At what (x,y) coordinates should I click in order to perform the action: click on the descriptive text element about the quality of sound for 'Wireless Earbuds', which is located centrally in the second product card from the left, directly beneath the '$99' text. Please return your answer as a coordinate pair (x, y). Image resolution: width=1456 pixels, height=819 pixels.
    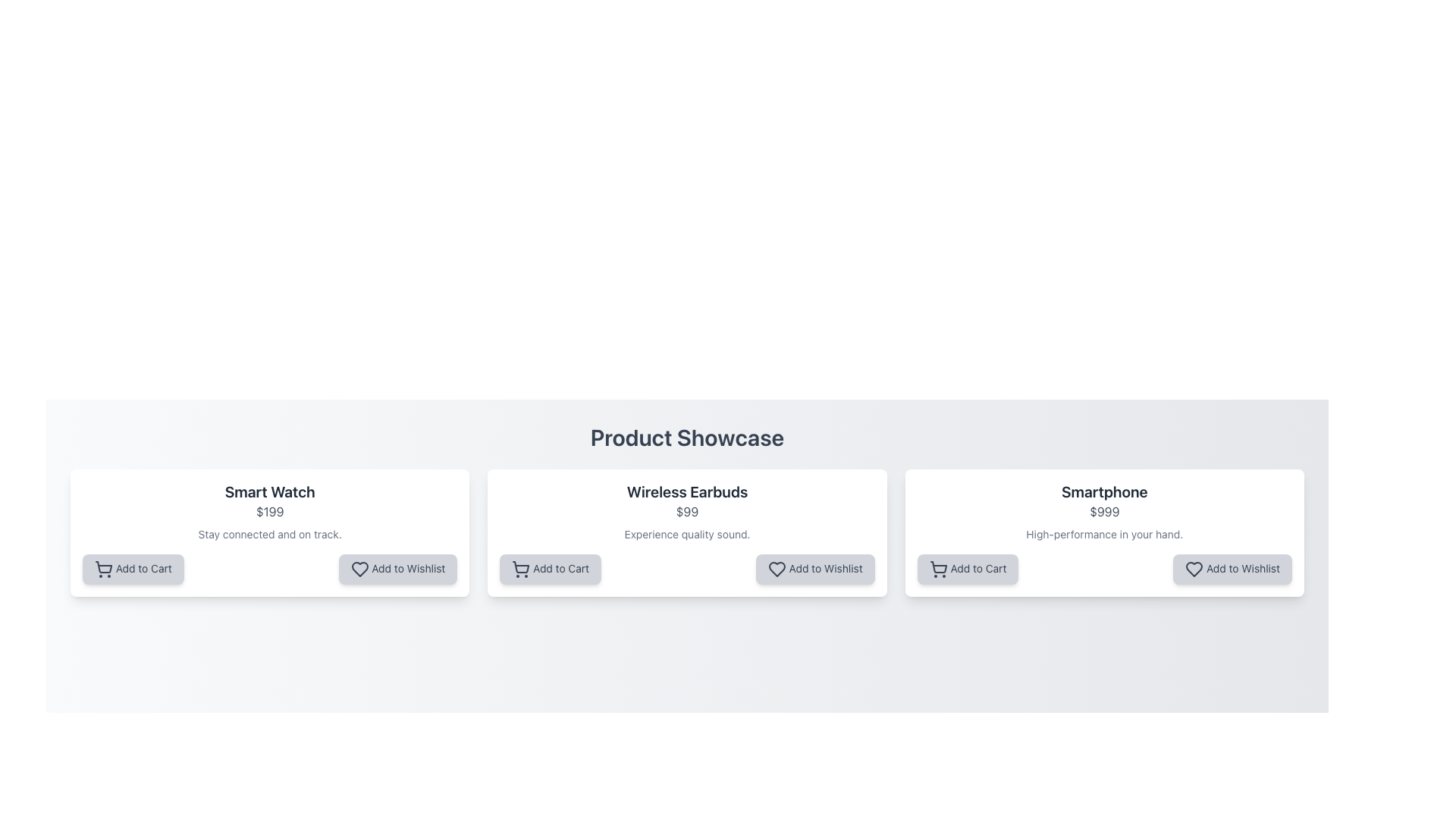
    Looking at the image, I should click on (686, 534).